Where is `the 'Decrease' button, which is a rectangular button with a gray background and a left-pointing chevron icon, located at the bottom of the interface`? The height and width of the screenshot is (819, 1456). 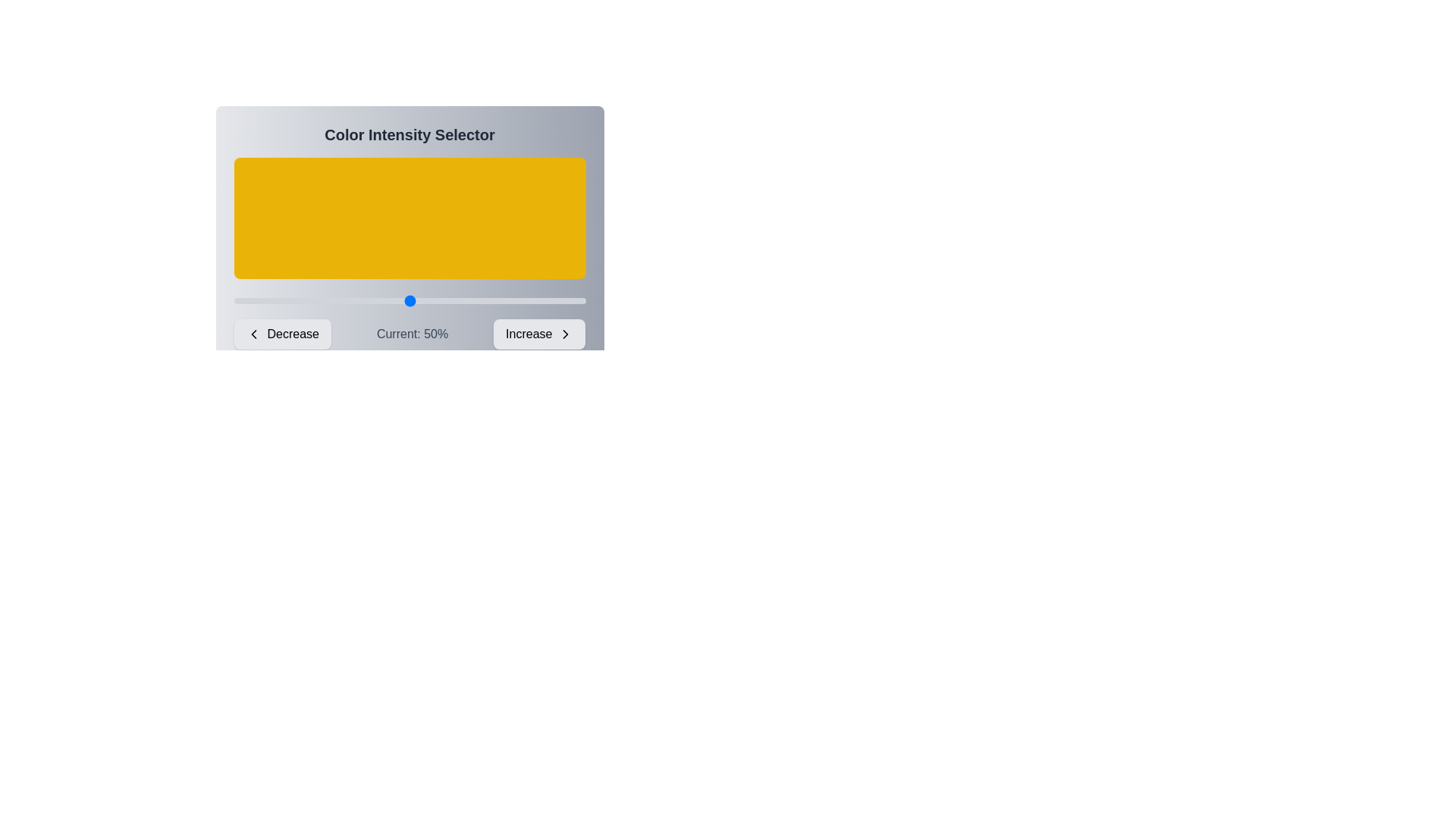 the 'Decrease' button, which is a rectangular button with a gray background and a left-pointing chevron icon, located at the bottom of the interface is located at coordinates (282, 333).